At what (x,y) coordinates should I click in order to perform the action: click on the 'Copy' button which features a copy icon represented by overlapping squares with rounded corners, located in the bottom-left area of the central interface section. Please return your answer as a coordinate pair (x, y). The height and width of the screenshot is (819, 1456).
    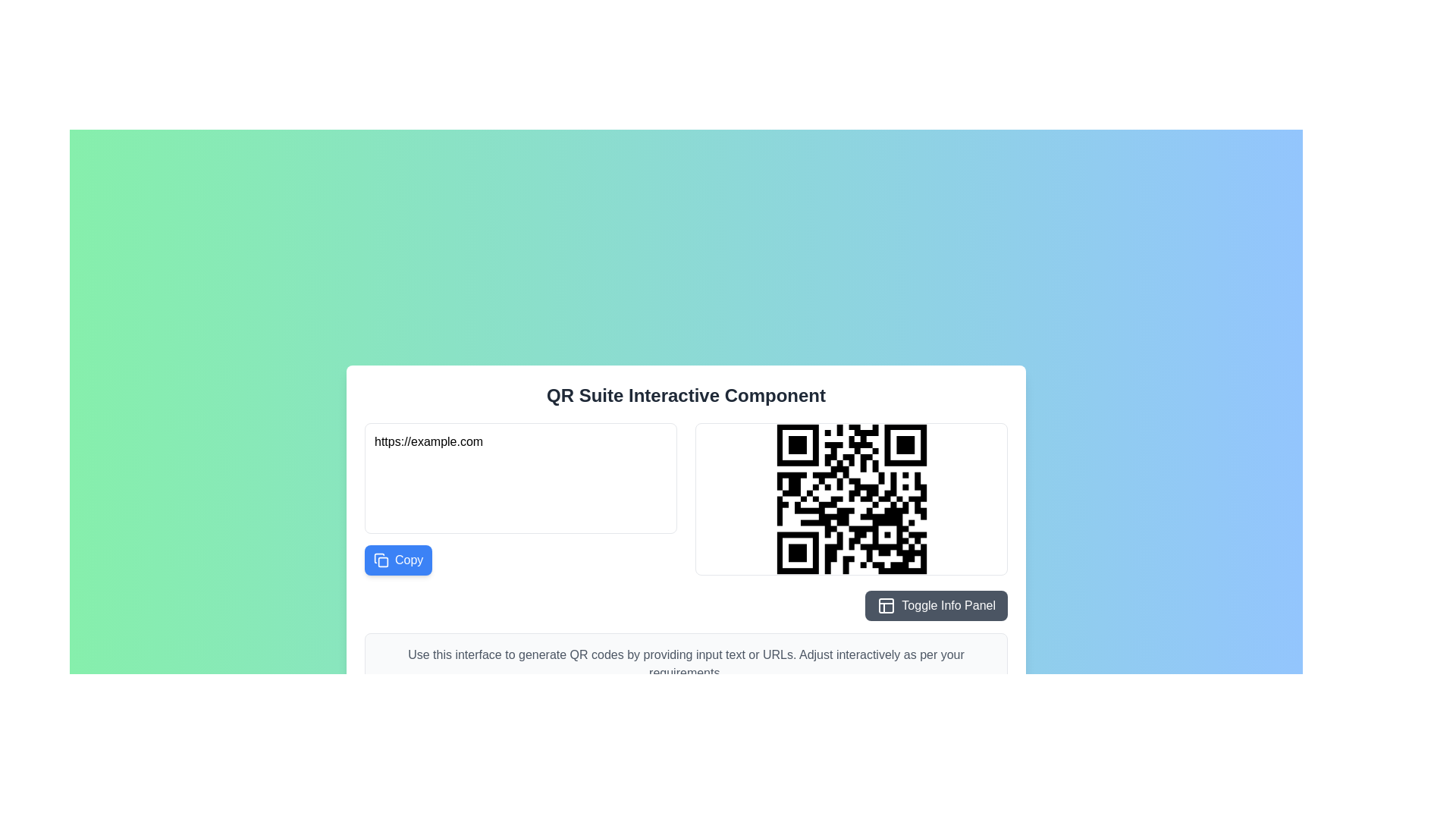
    Looking at the image, I should click on (381, 560).